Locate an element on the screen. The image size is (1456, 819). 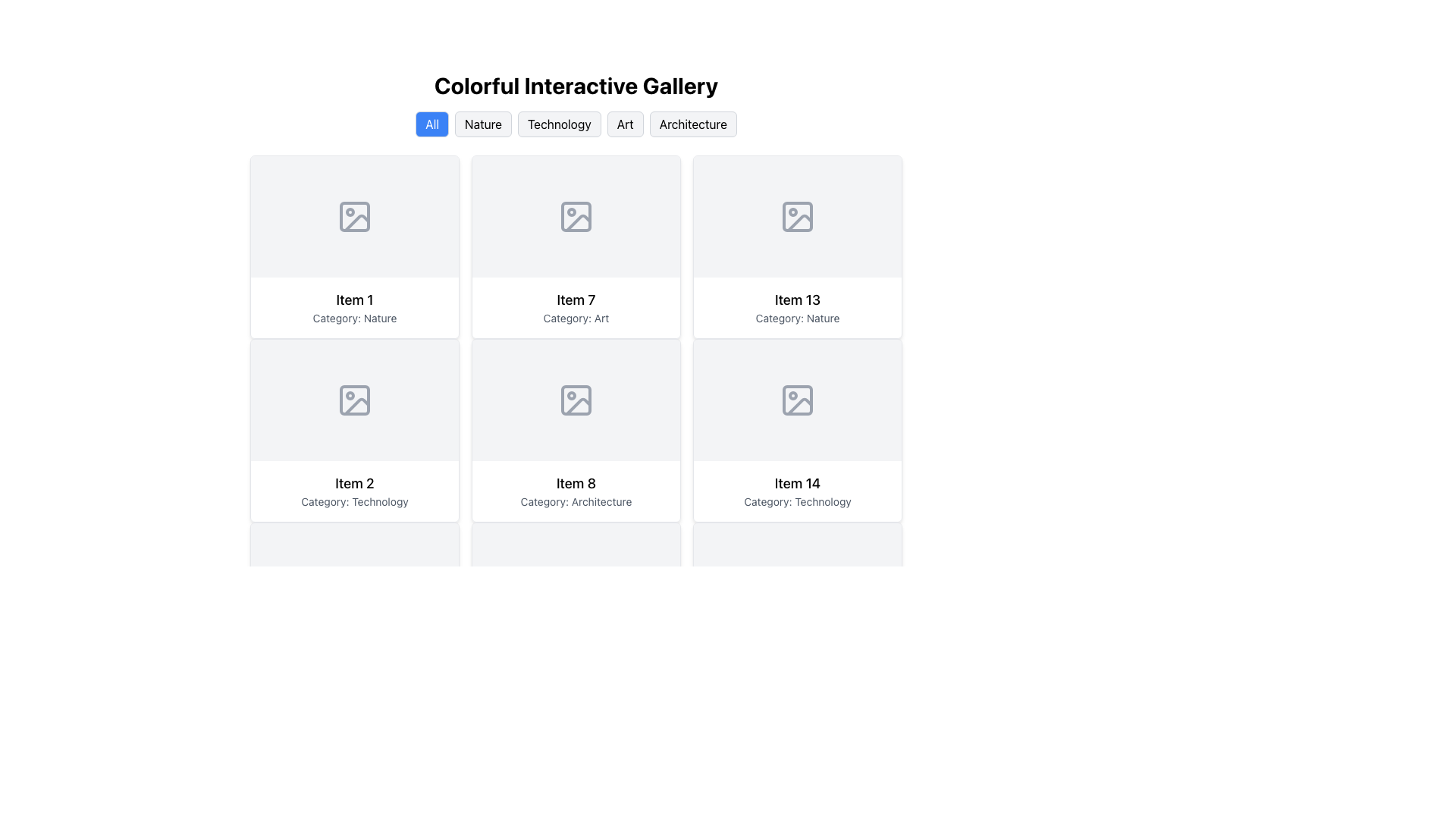
the text block that serves as a descriptive label for an item title and its associated category, located in the second row and third column of the grid under the heading 'Colorful Interactive Gallery' is located at coordinates (796, 307).